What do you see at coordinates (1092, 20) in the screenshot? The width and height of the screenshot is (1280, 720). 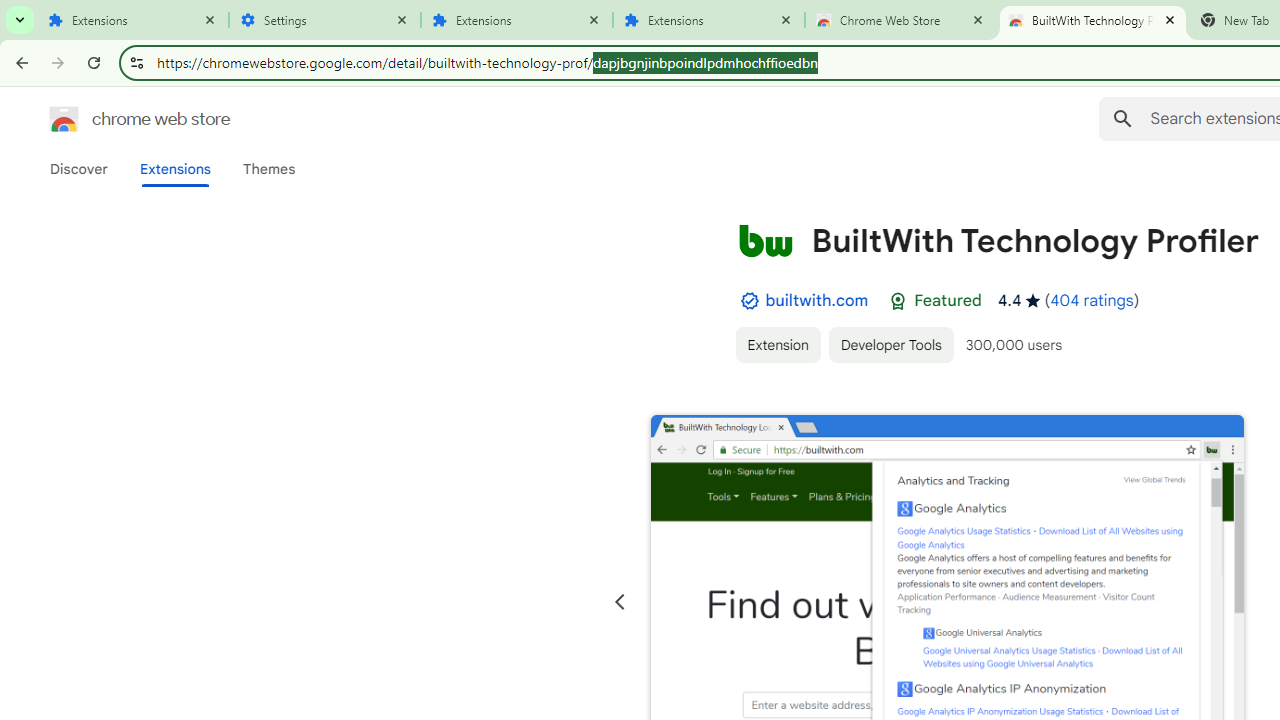 I see `'BuiltWith Technology Profiler - Chrome Web Store'` at bounding box center [1092, 20].